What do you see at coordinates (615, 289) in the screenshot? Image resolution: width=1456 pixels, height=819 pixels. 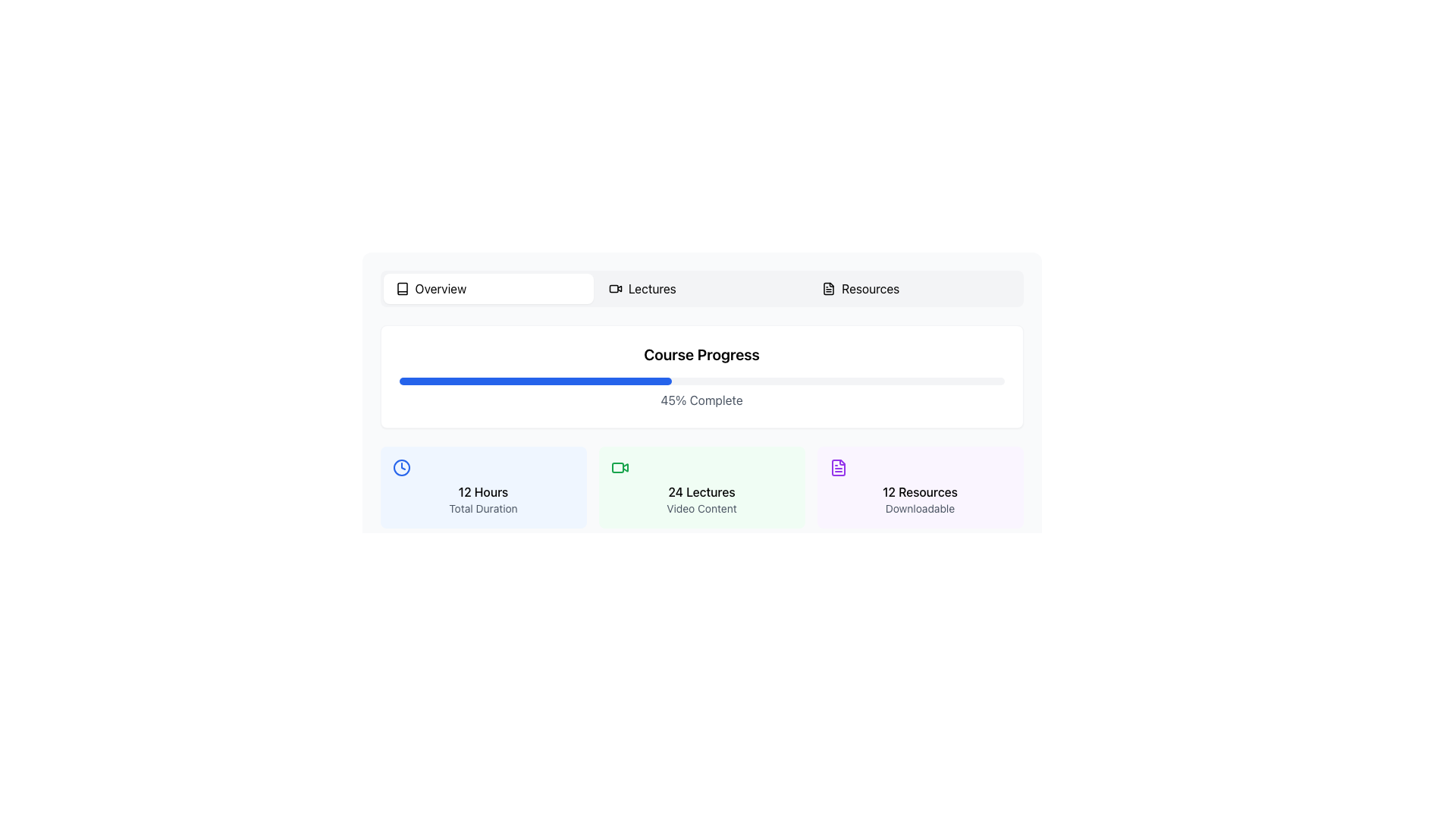 I see `the video-related content icon located to the far left of the 'Lectures' button in the upper portion of the interface` at bounding box center [615, 289].